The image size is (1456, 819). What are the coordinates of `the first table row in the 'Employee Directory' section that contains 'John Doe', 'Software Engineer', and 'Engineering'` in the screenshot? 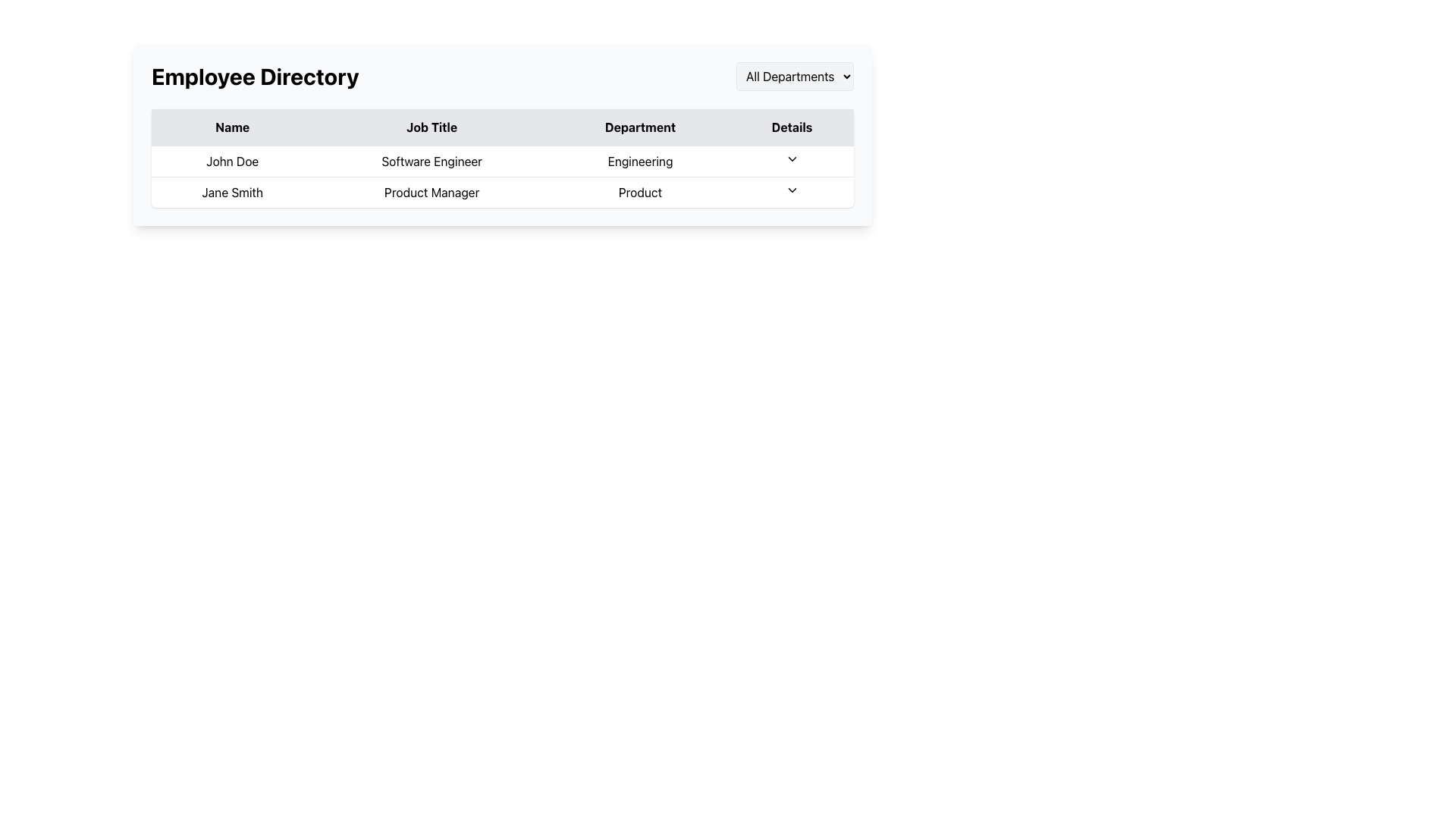 It's located at (502, 161).